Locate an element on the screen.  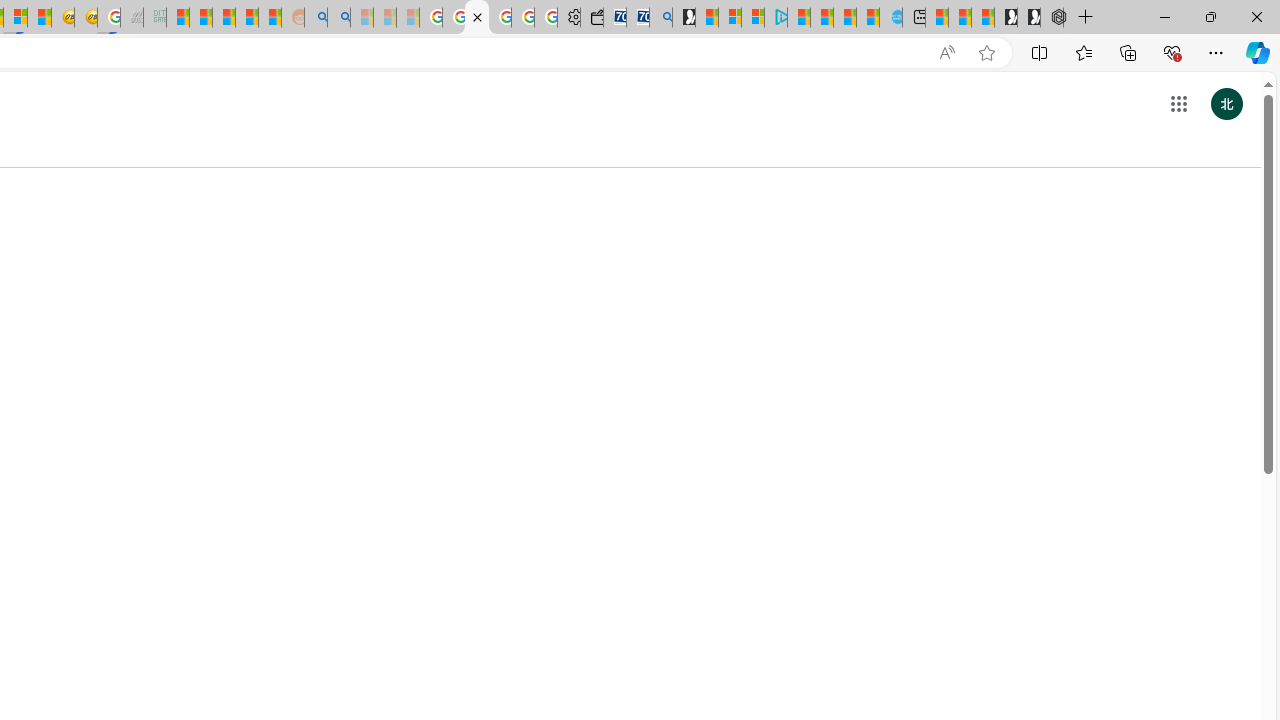
'Home | Sky Blue Bikes - Sky Blue Bikes' is located at coordinates (889, 17).